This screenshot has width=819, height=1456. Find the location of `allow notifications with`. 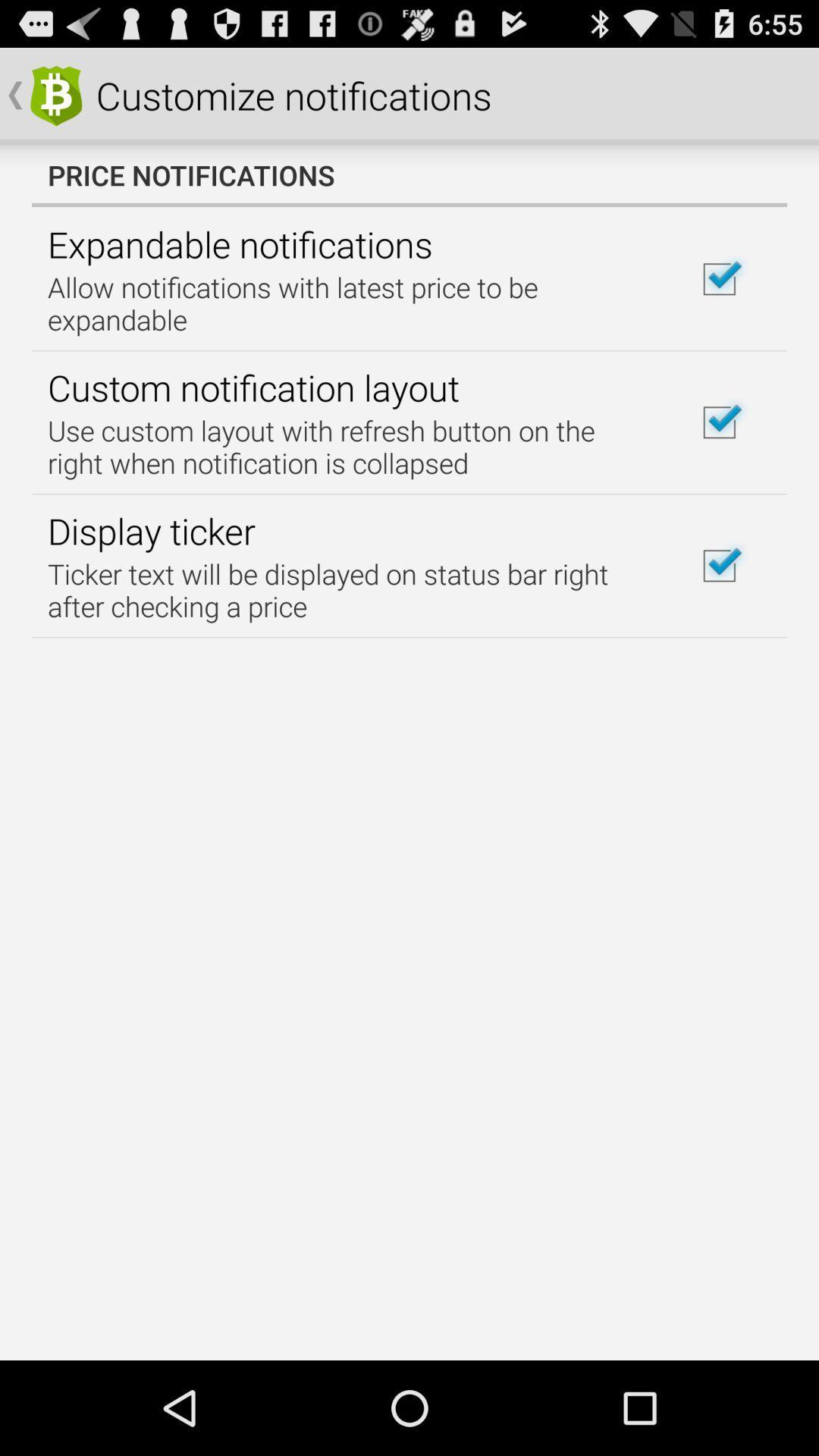

allow notifications with is located at coordinates (351, 303).